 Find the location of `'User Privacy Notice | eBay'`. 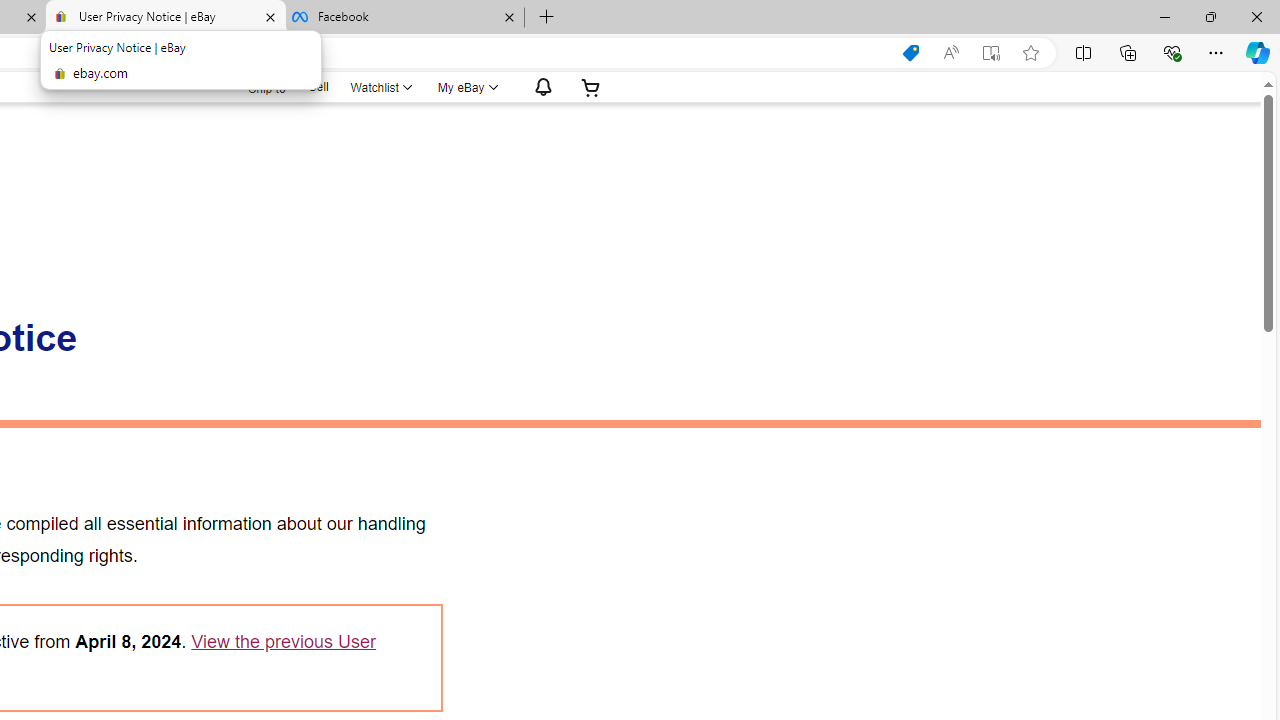

'User Privacy Notice | eBay' is located at coordinates (166, 17).